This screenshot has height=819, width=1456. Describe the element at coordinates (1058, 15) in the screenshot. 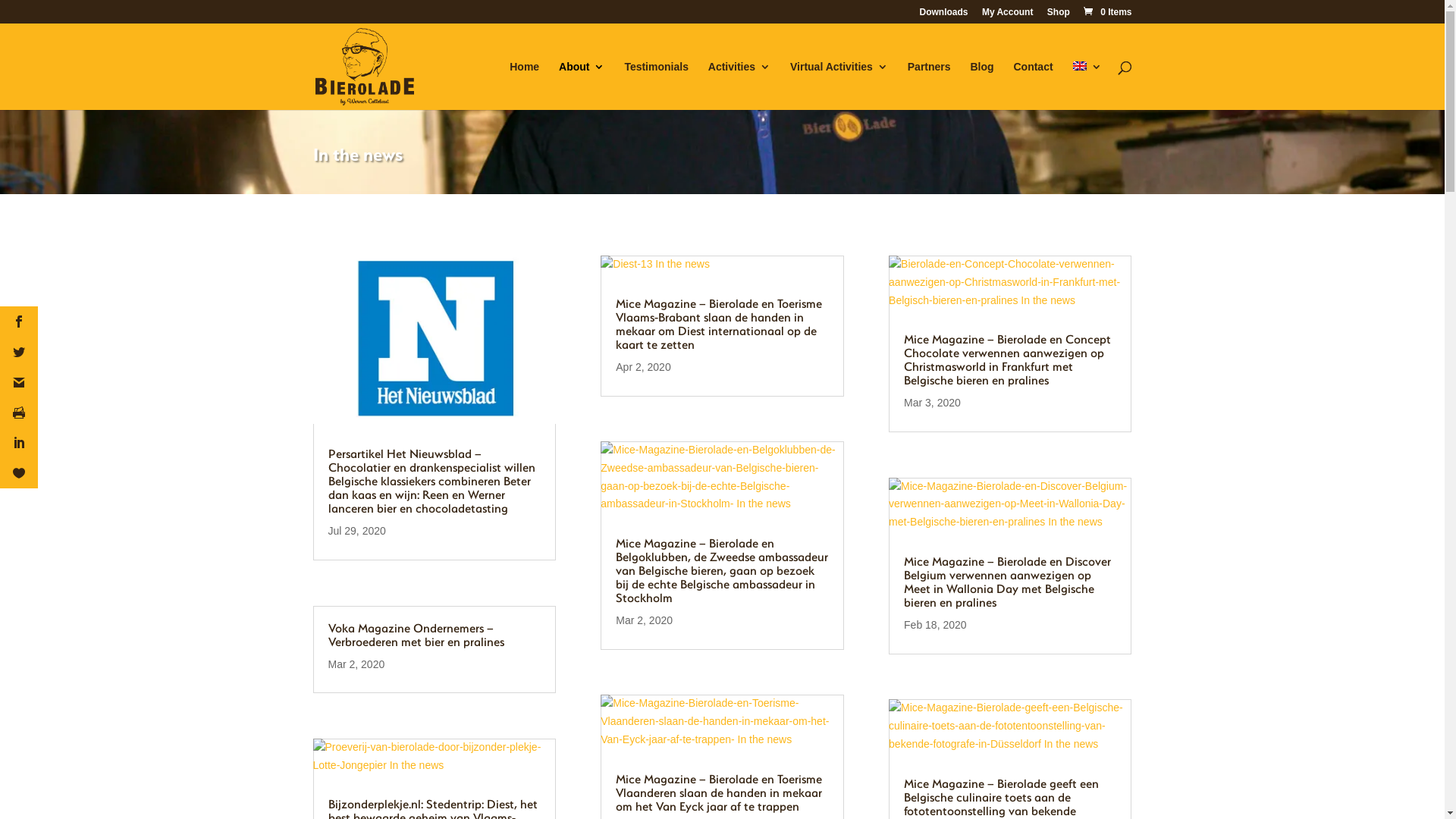

I see `'Shop'` at that location.